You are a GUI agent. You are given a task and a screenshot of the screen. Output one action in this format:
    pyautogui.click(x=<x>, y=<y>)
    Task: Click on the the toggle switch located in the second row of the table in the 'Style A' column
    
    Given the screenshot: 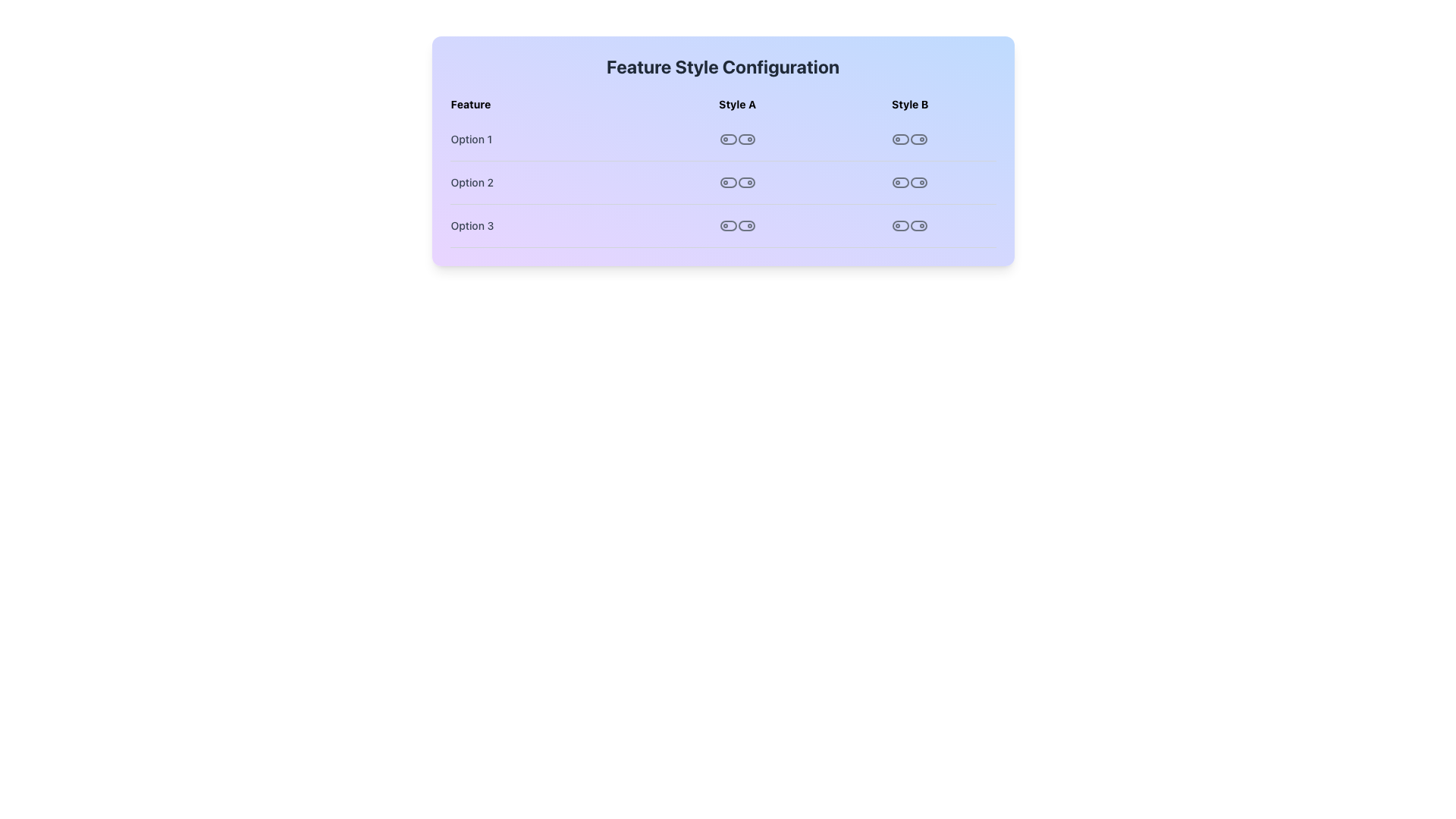 What is the action you would take?
    pyautogui.click(x=728, y=181)
    